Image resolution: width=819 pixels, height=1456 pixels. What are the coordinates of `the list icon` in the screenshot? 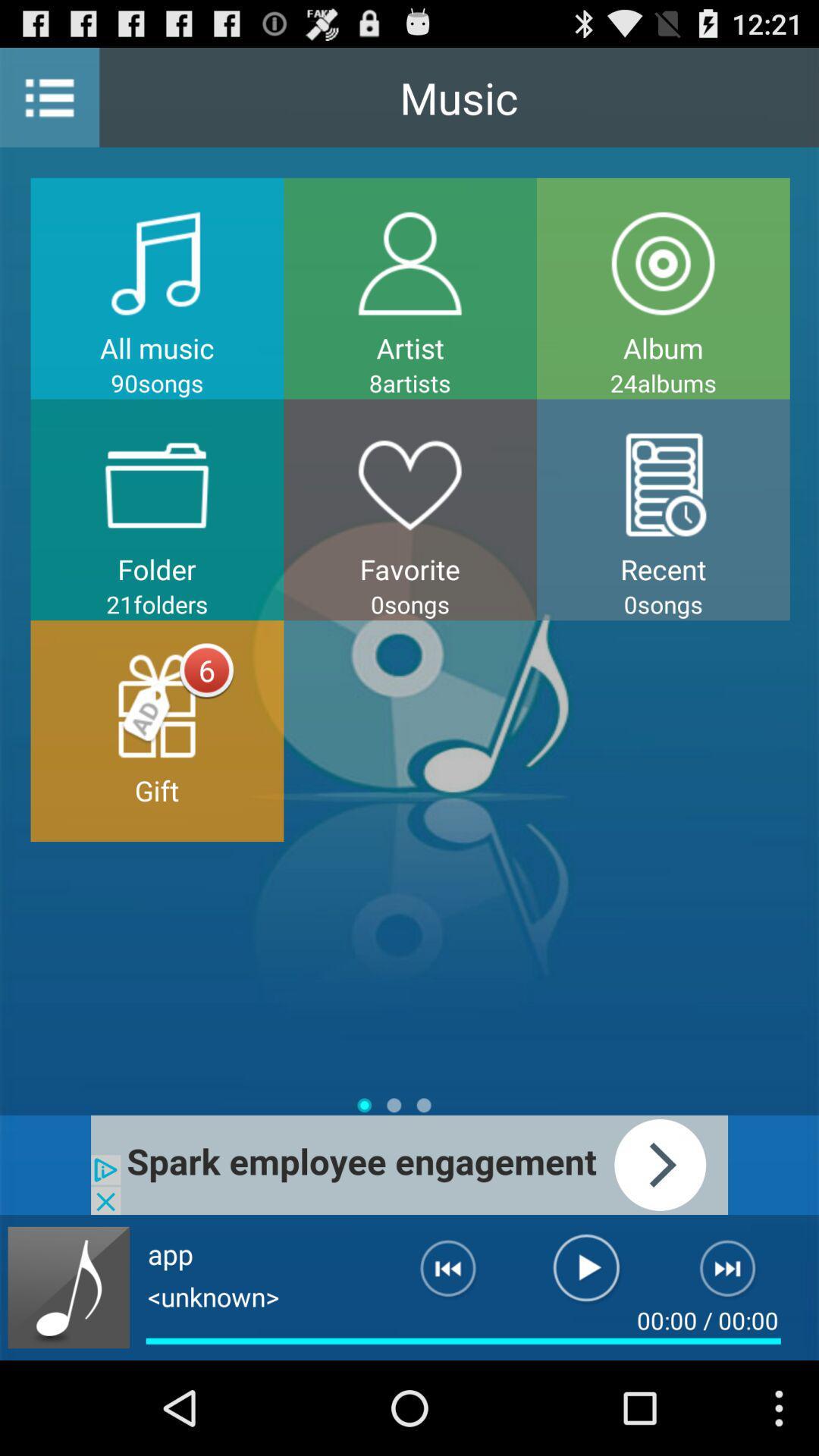 It's located at (49, 103).